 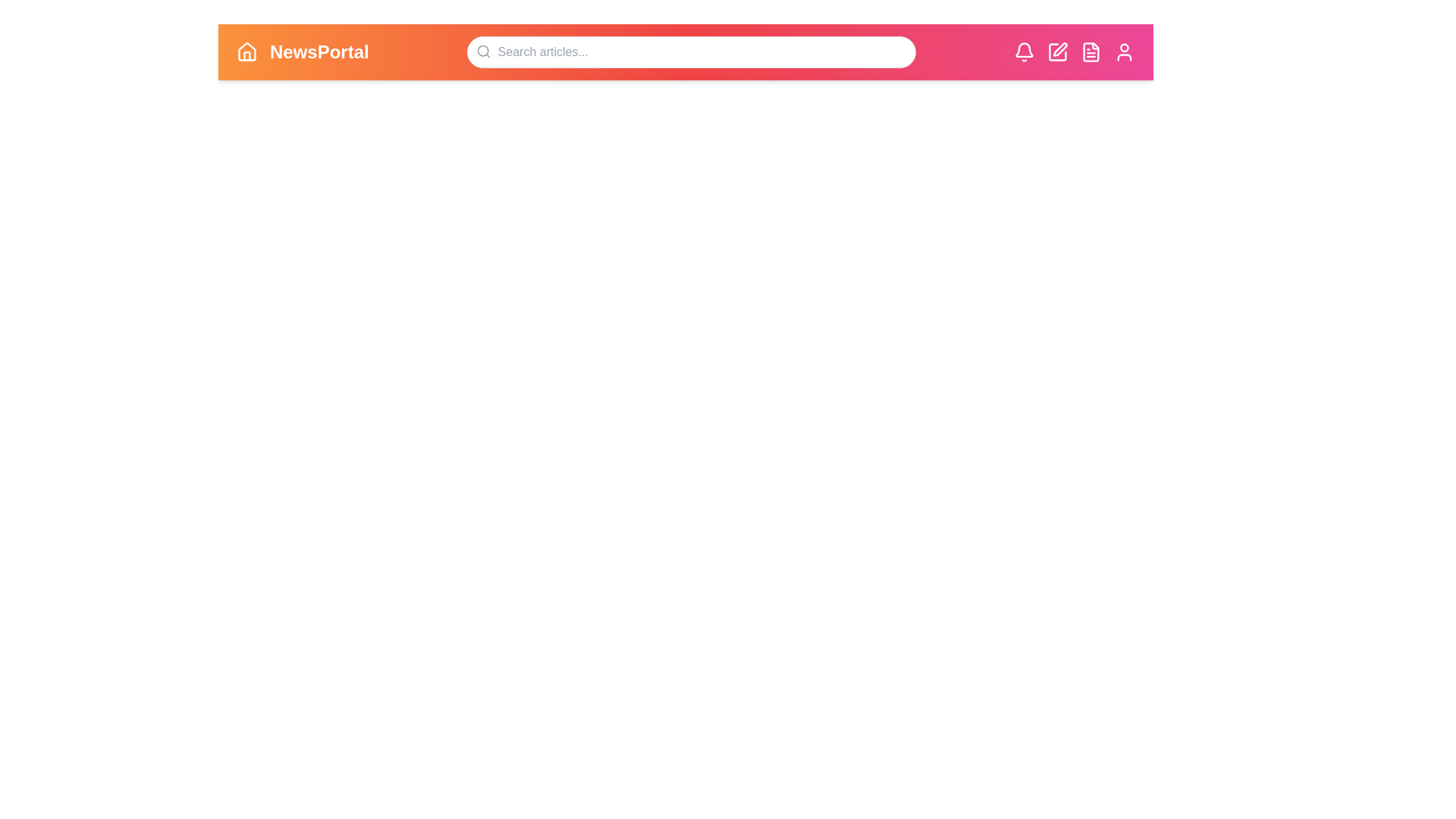 What do you see at coordinates (690, 52) in the screenshot?
I see `the search bar and type the query 'example query'` at bounding box center [690, 52].